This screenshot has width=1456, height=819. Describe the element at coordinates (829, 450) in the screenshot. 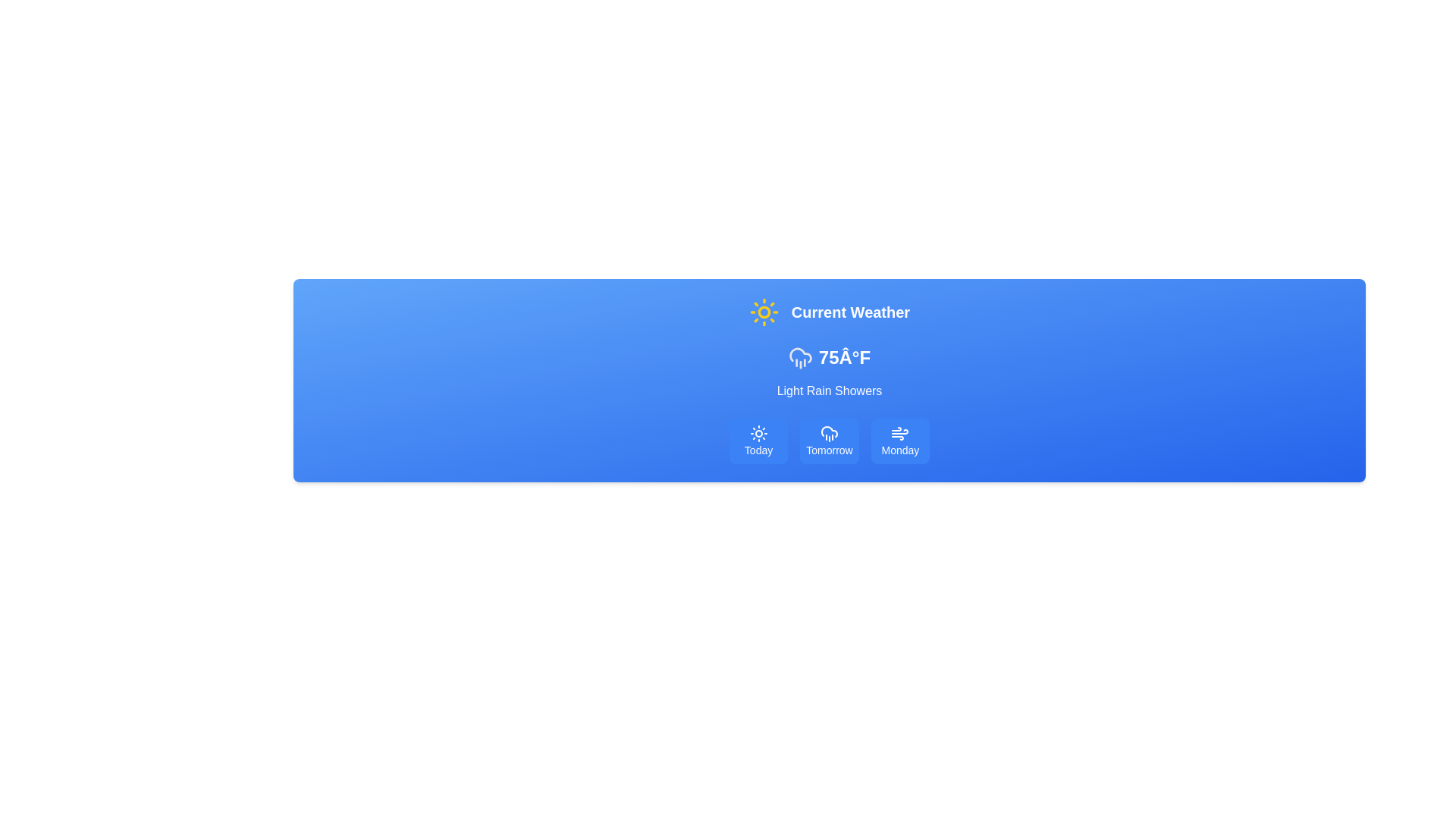

I see `the text label reading 'Tomorrow' which is styled with a smaller font size and medium weight, located at the bottom-center of a card-like layout with a blue background` at that location.